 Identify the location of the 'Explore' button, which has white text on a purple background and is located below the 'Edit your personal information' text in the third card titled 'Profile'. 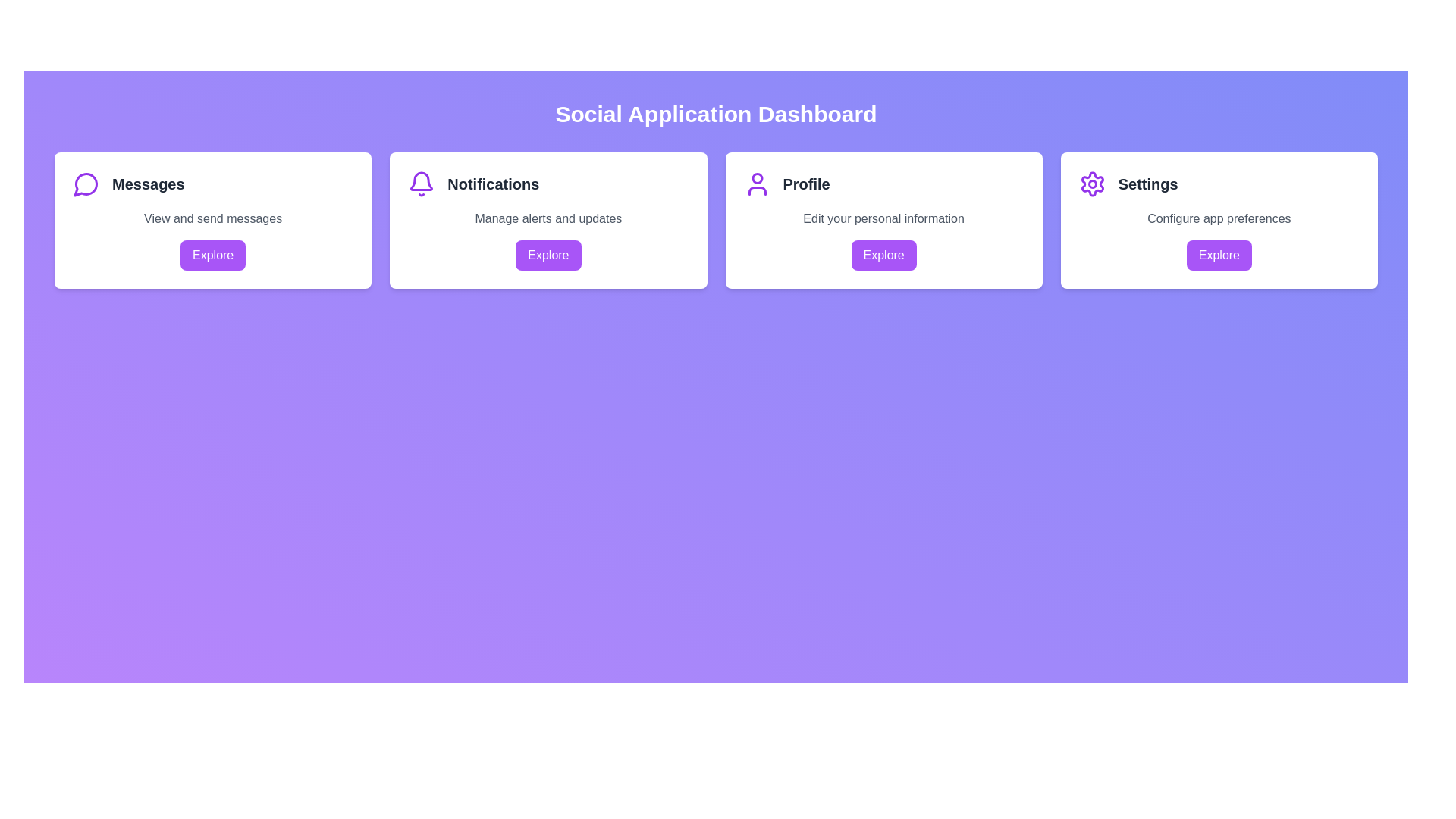
(883, 254).